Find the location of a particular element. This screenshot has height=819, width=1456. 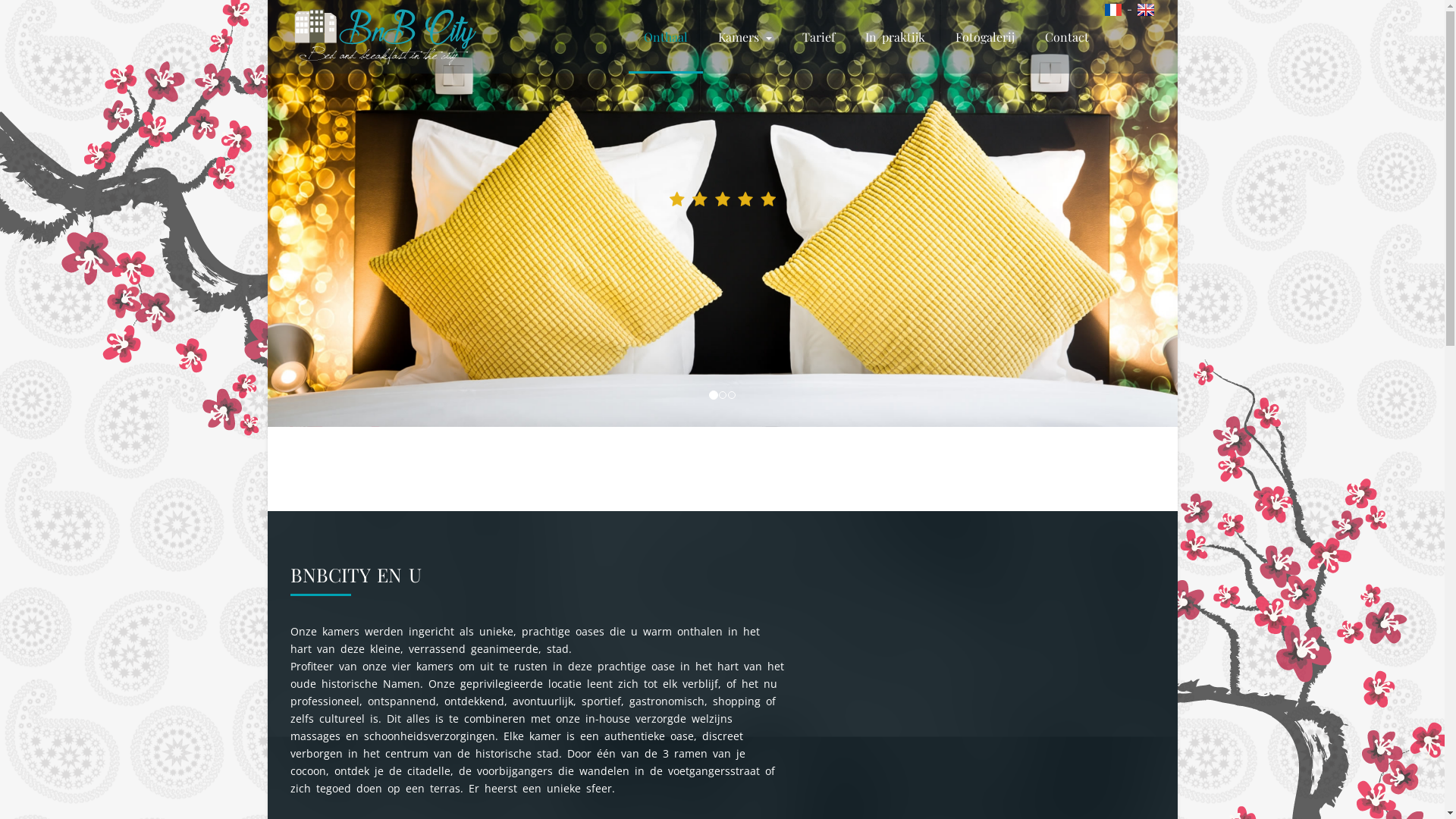

'Kamers' is located at coordinates (744, 36).